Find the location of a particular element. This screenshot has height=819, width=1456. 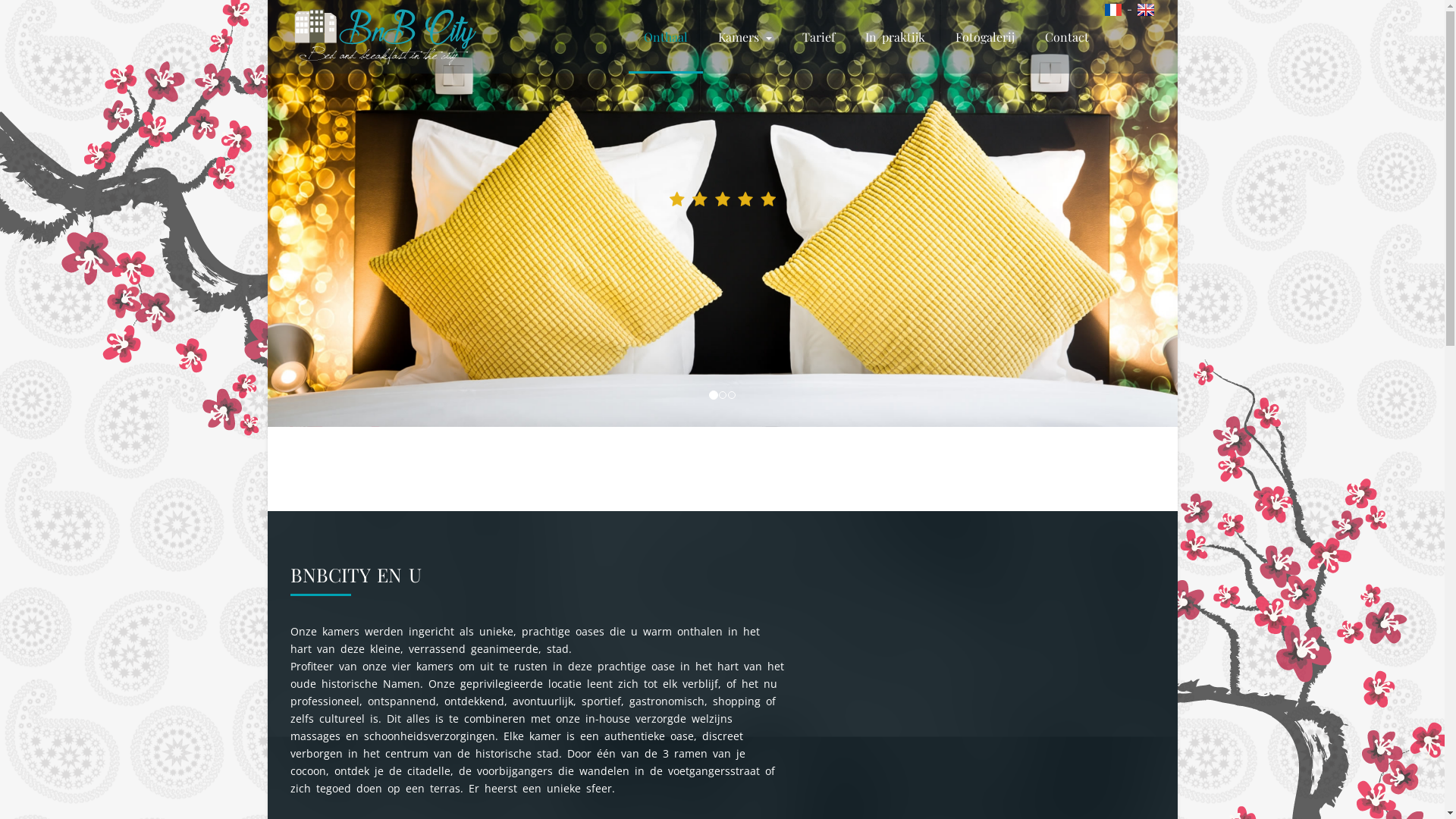

'Kamers' is located at coordinates (744, 36).